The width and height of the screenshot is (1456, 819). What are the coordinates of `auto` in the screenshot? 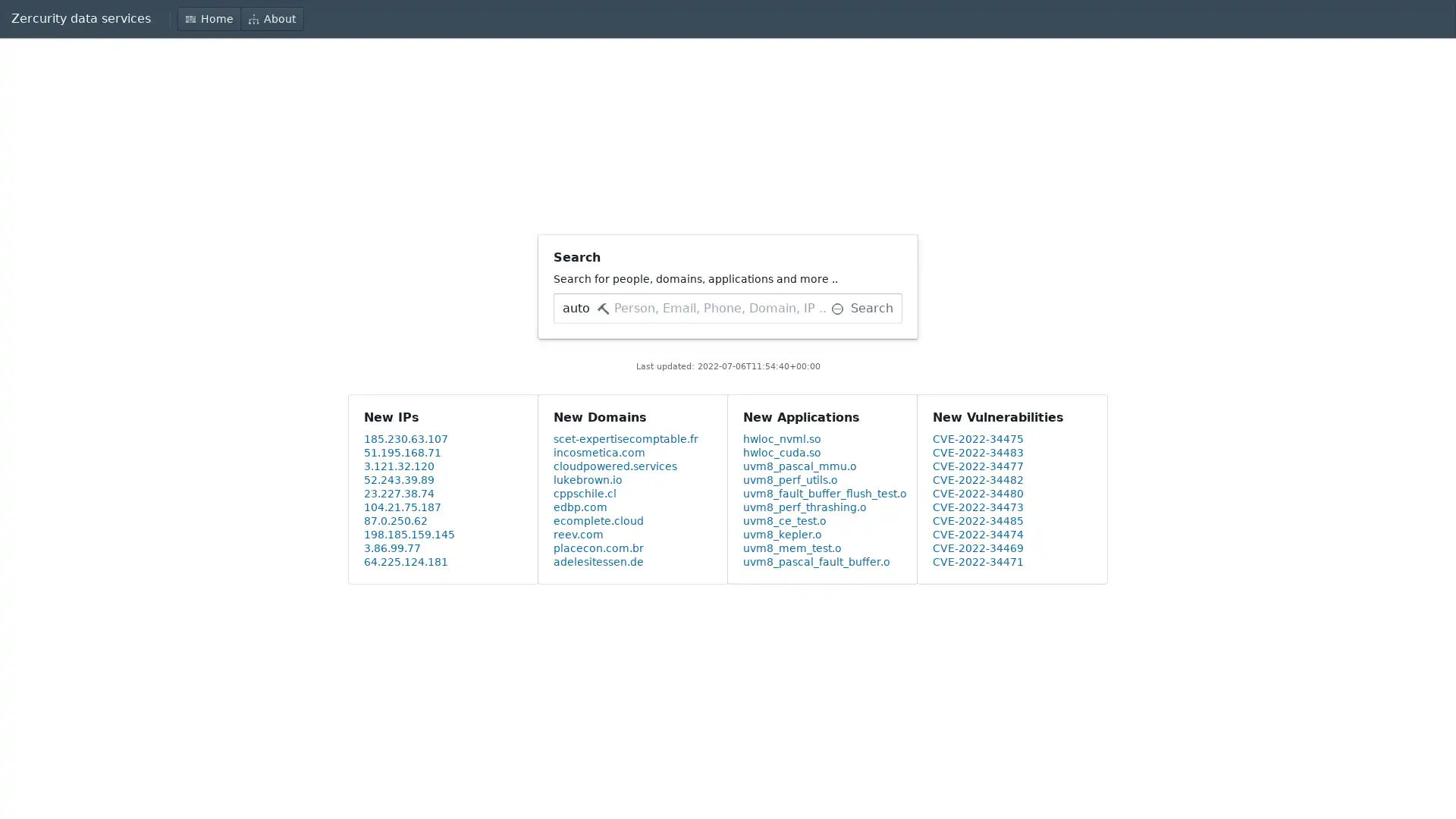 It's located at (585, 307).